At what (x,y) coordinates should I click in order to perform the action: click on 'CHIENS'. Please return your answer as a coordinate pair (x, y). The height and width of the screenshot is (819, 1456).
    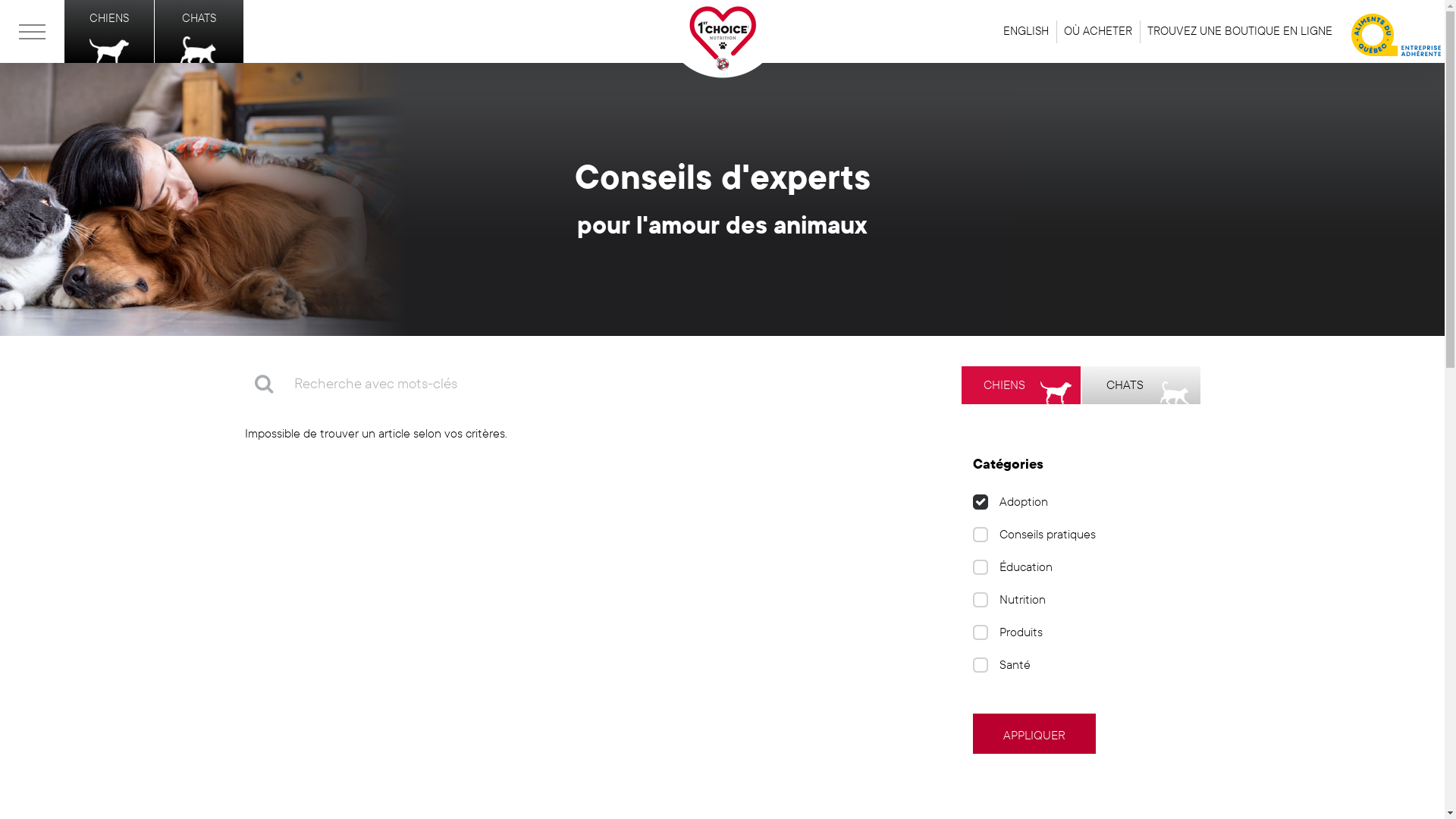
    Looking at the image, I should click on (108, 31).